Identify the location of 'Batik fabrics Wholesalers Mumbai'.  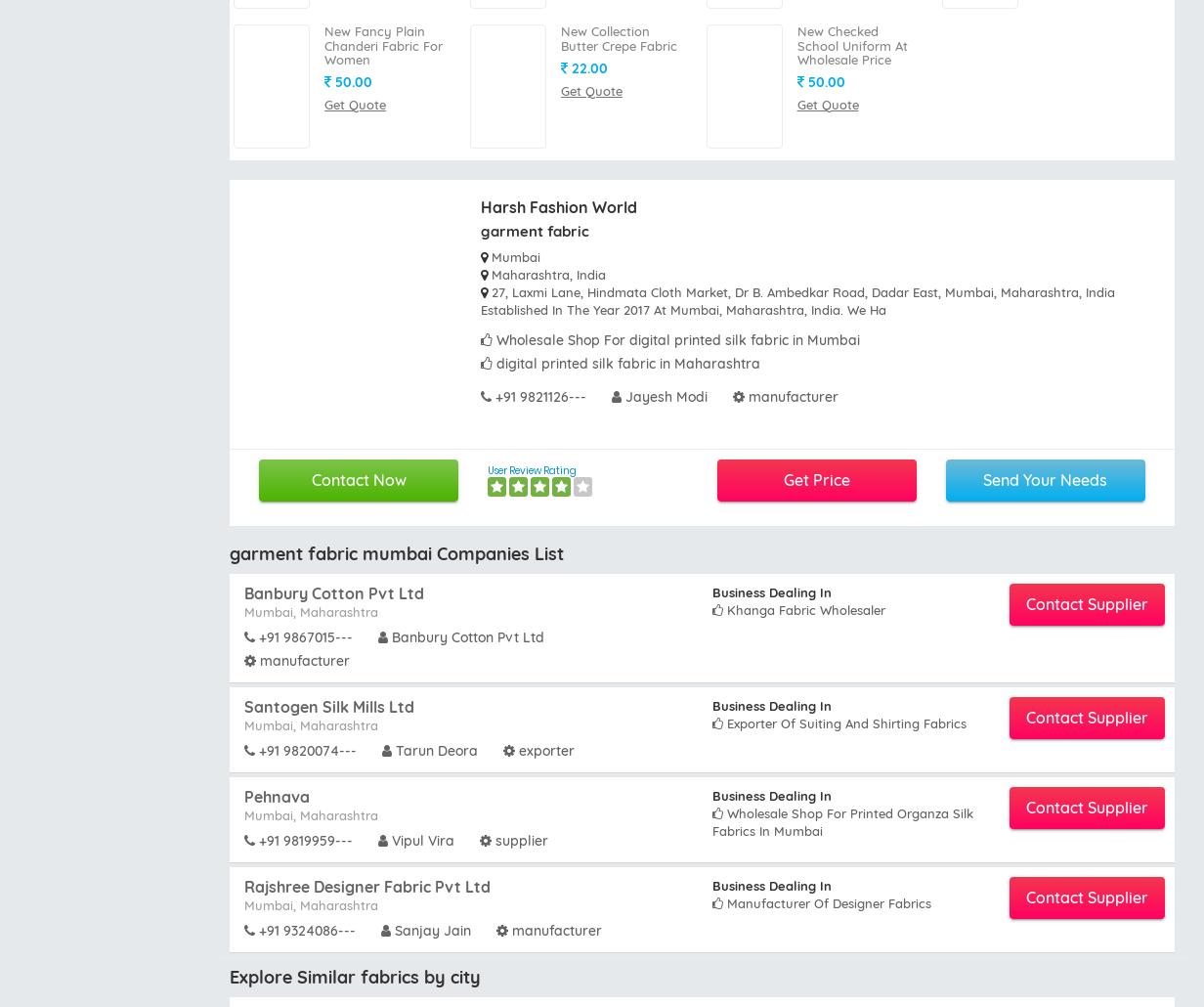
(1051, 782).